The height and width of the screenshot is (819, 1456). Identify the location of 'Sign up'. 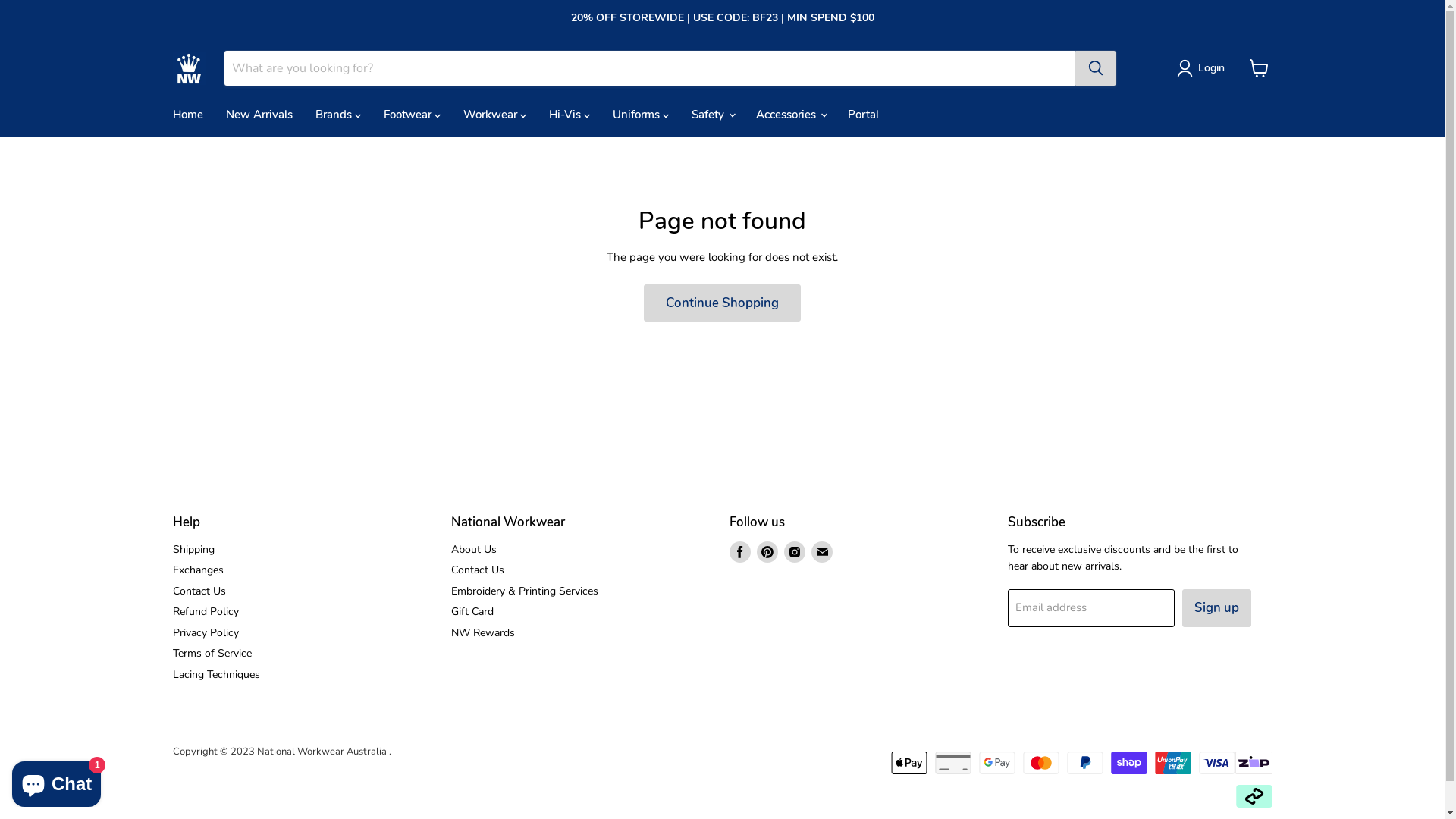
(1216, 607).